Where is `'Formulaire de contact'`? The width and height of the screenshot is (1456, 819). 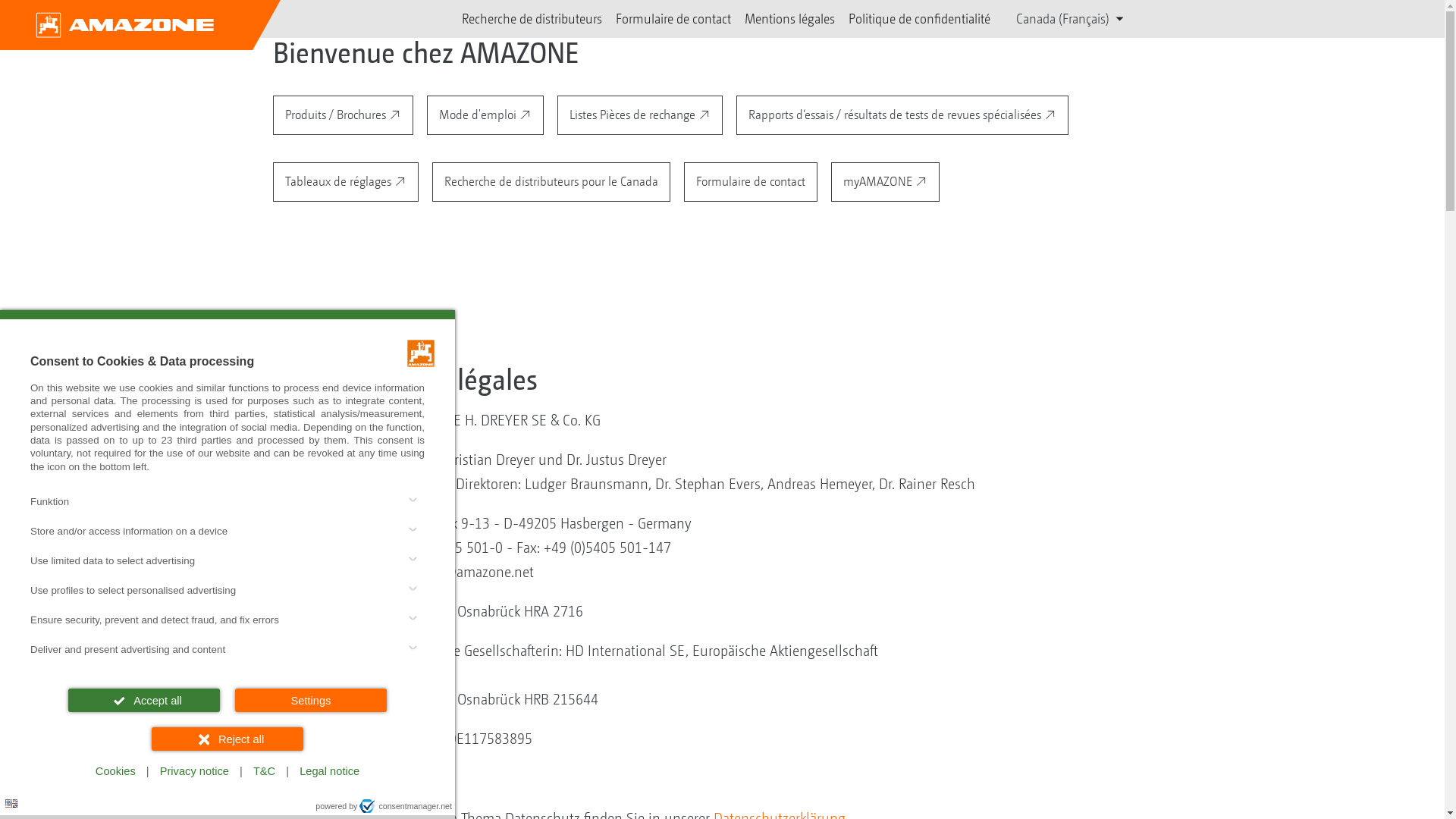 'Formulaire de contact' is located at coordinates (750, 180).